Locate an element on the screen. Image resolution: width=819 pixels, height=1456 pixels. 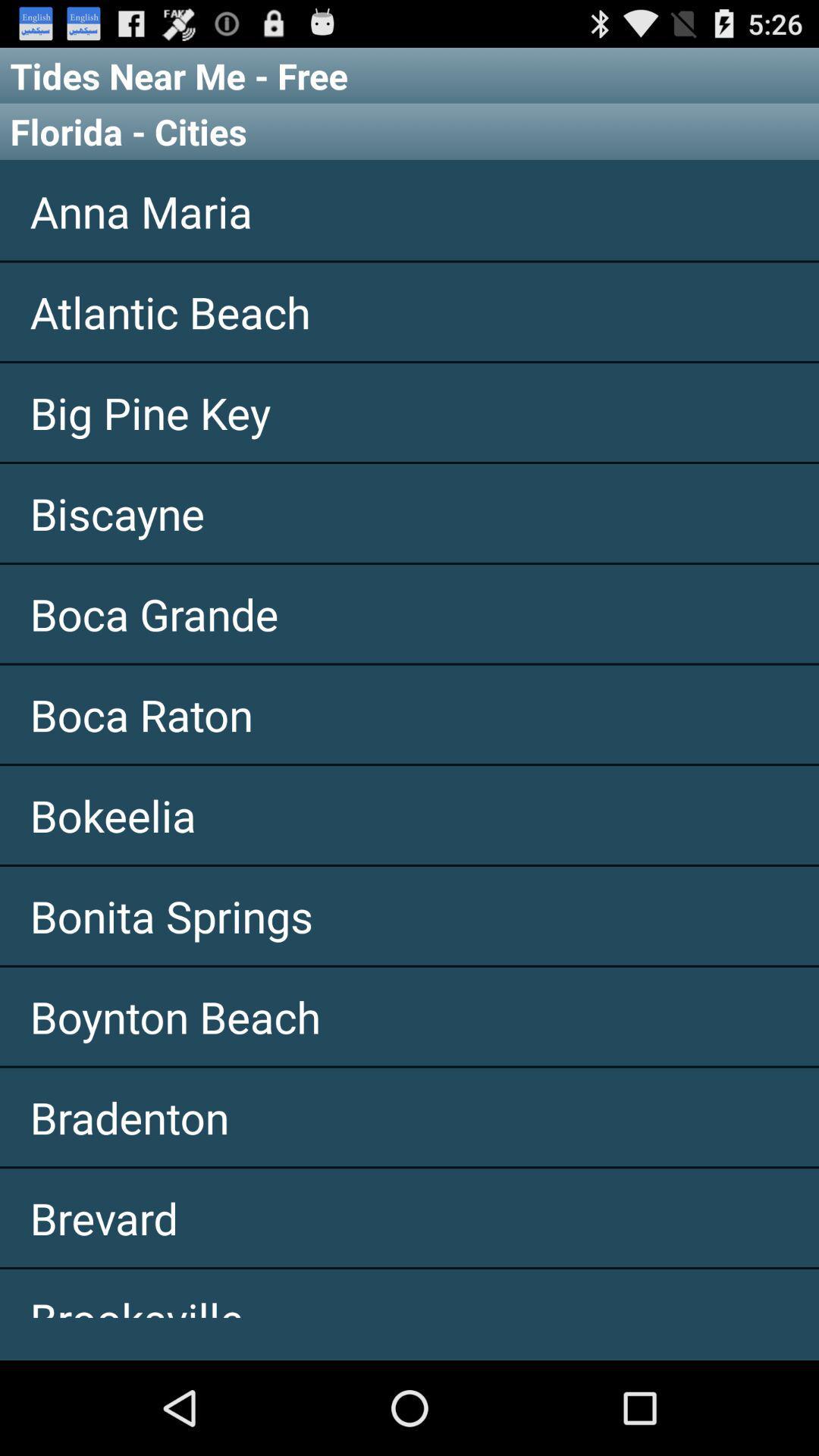
the item above the bokeelia is located at coordinates (409, 714).